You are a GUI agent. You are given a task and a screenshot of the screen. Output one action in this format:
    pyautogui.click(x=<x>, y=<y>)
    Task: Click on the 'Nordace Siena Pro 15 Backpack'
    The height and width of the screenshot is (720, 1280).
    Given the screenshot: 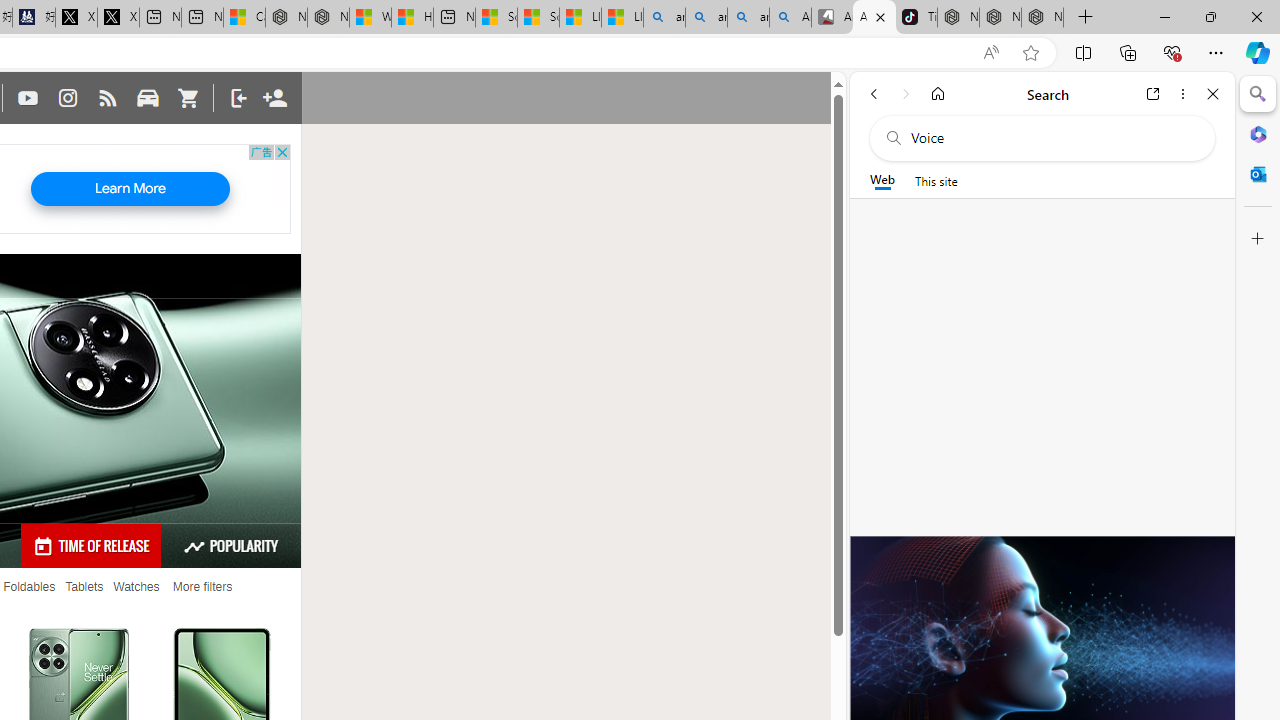 What is the action you would take?
    pyautogui.click(x=1000, y=17)
    